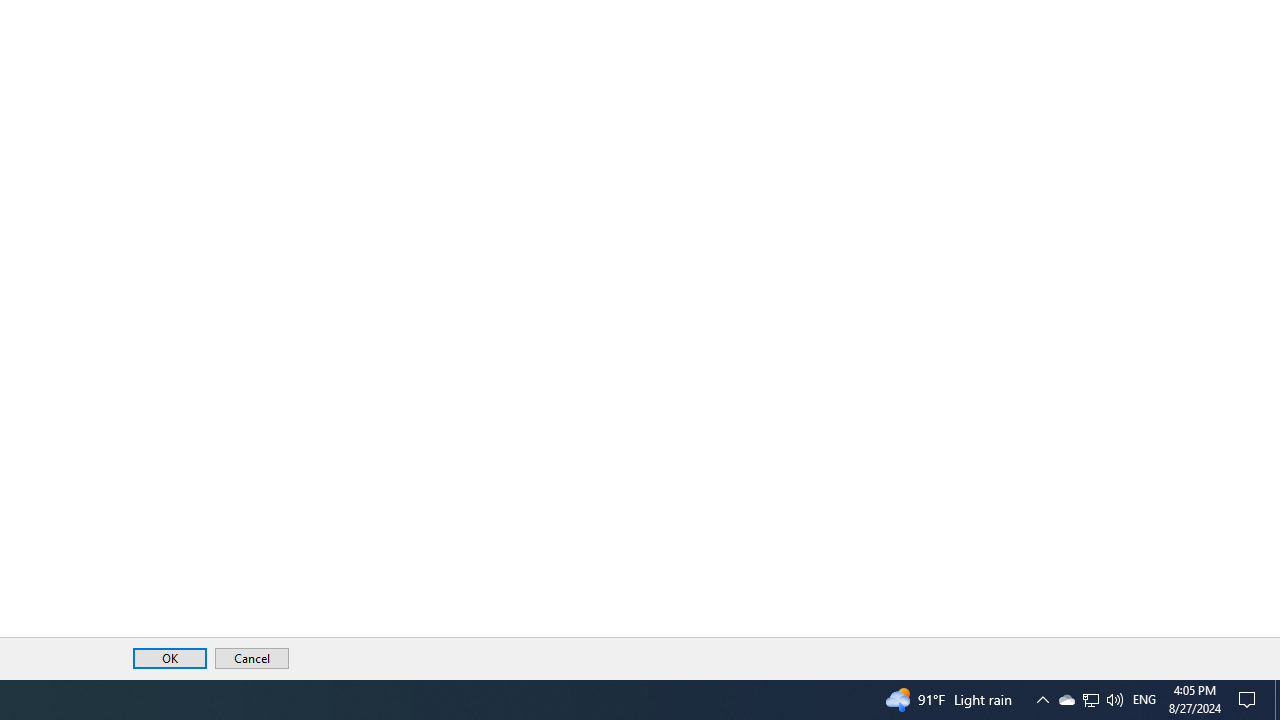 The height and width of the screenshot is (720, 1280). What do you see at coordinates (169, 658) in the screenshot?
I see `'OK'` at bounding box center [169, 658].